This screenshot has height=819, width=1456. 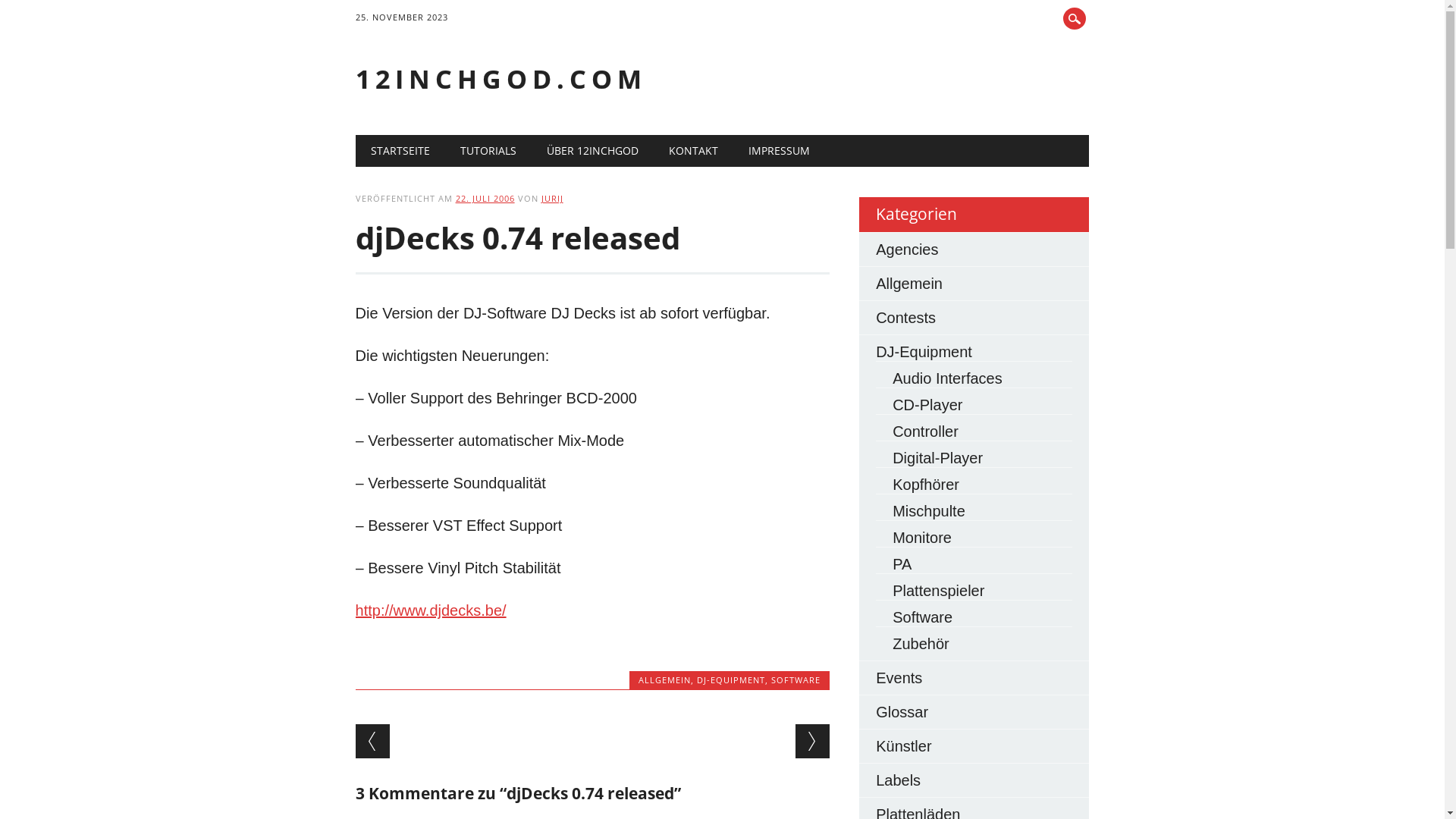 I want to click on 'TUTORIALS', so click(x=488, y=151).